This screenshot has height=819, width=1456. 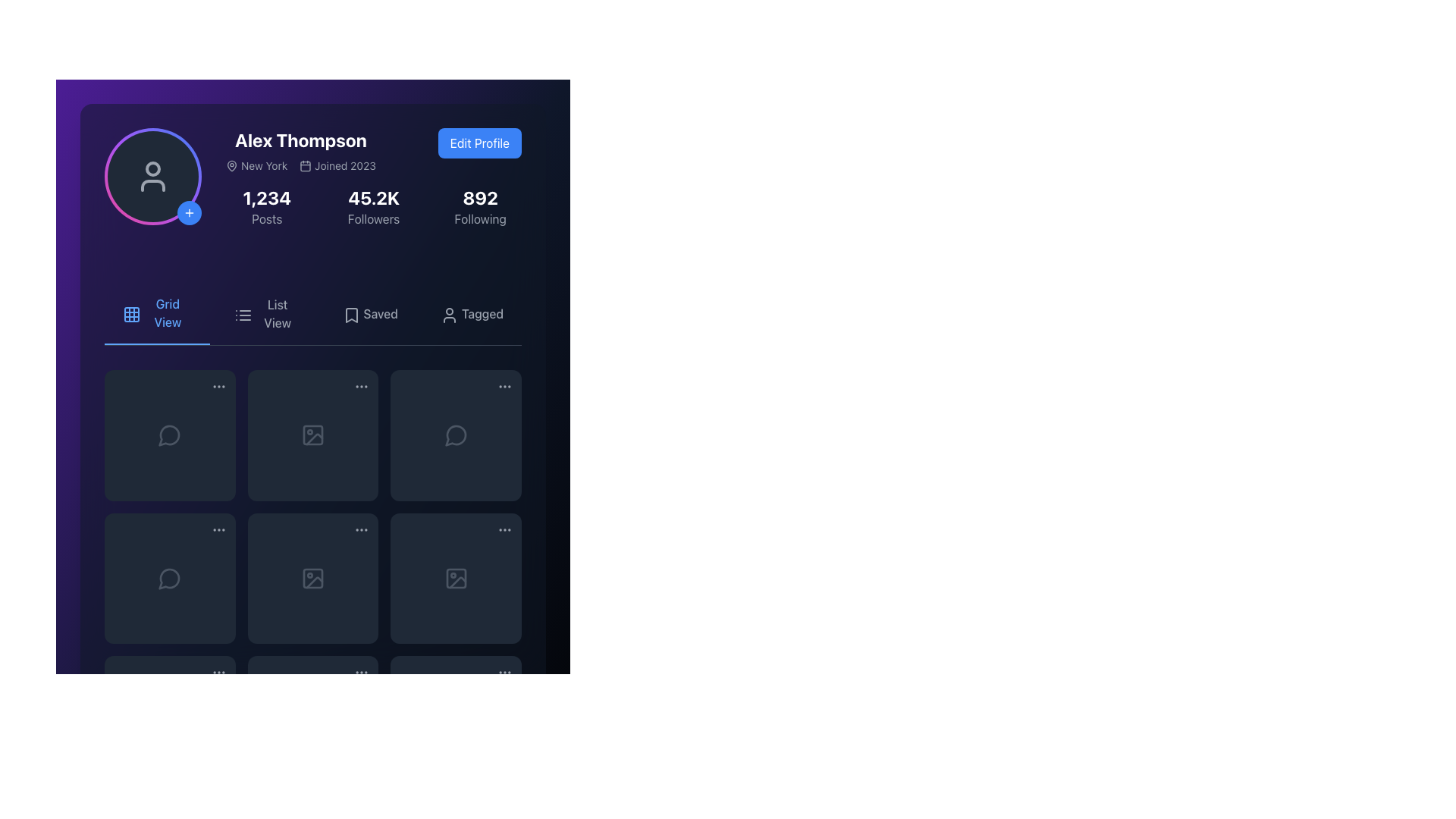 What do you see at coordinates (505, 529) in the screenshot?
I see `the circular button with three horizontally aligned dots in the bottom-right corner of the grid` at bounding box center [505, 529].